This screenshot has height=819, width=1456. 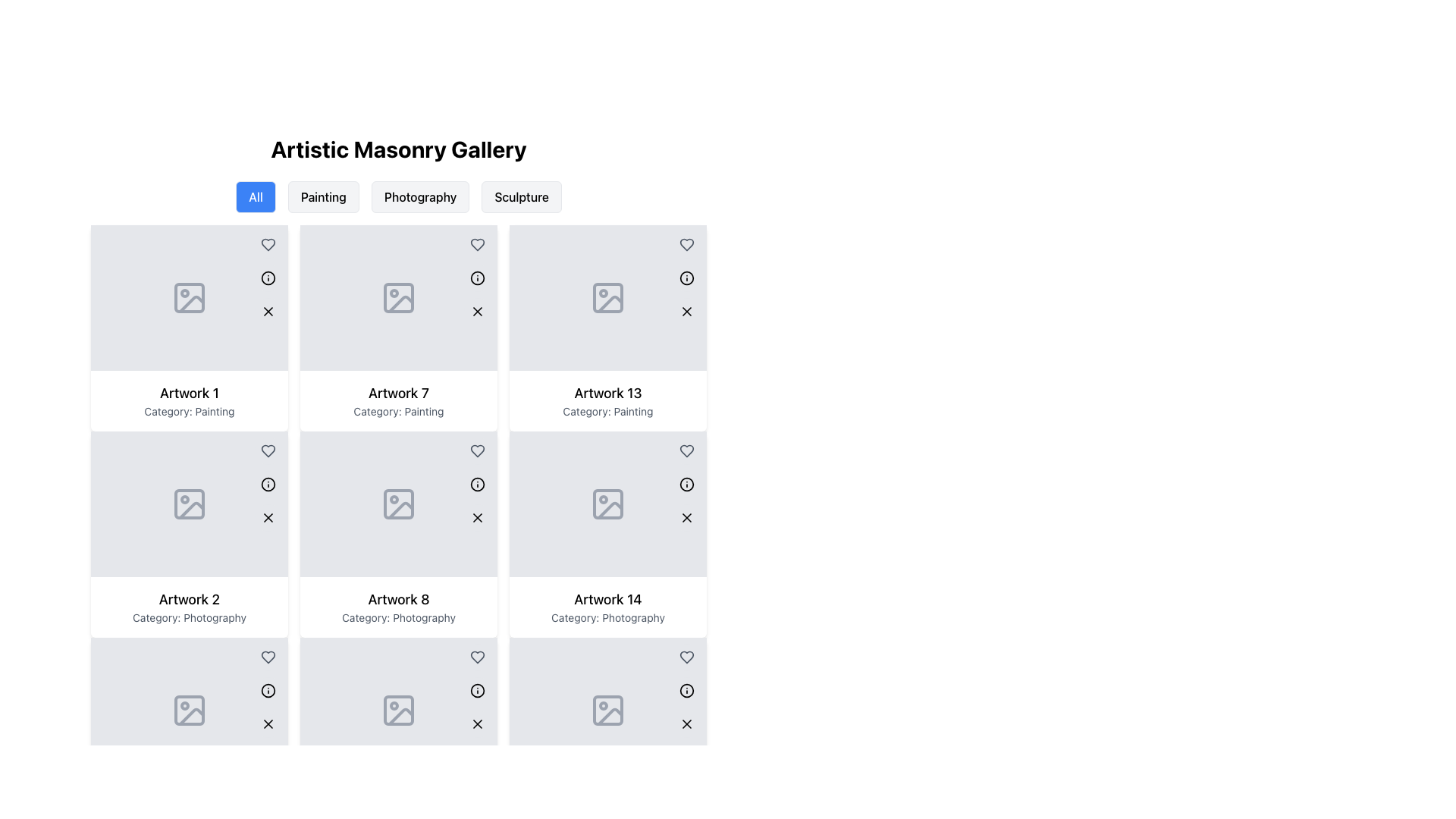 I want to click on the close or remove button located in the bottom-right corner of the card for 'Artwork 2', so click(x=268, y=723).